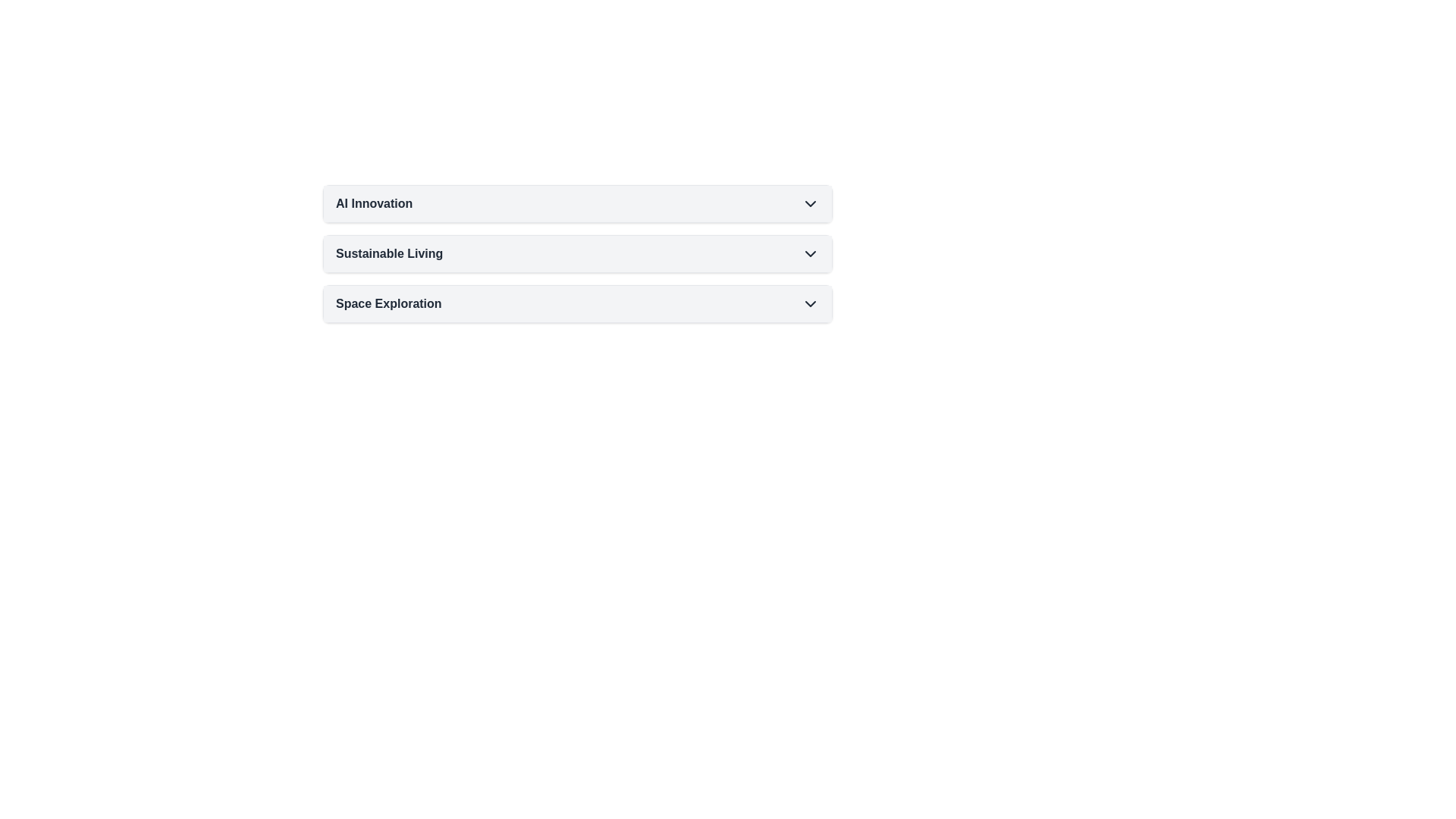 The image size is (1456, 819). I want to click on the third button in the vertically stacked menu list labeled 'Space Exploration', so click(577, 304).